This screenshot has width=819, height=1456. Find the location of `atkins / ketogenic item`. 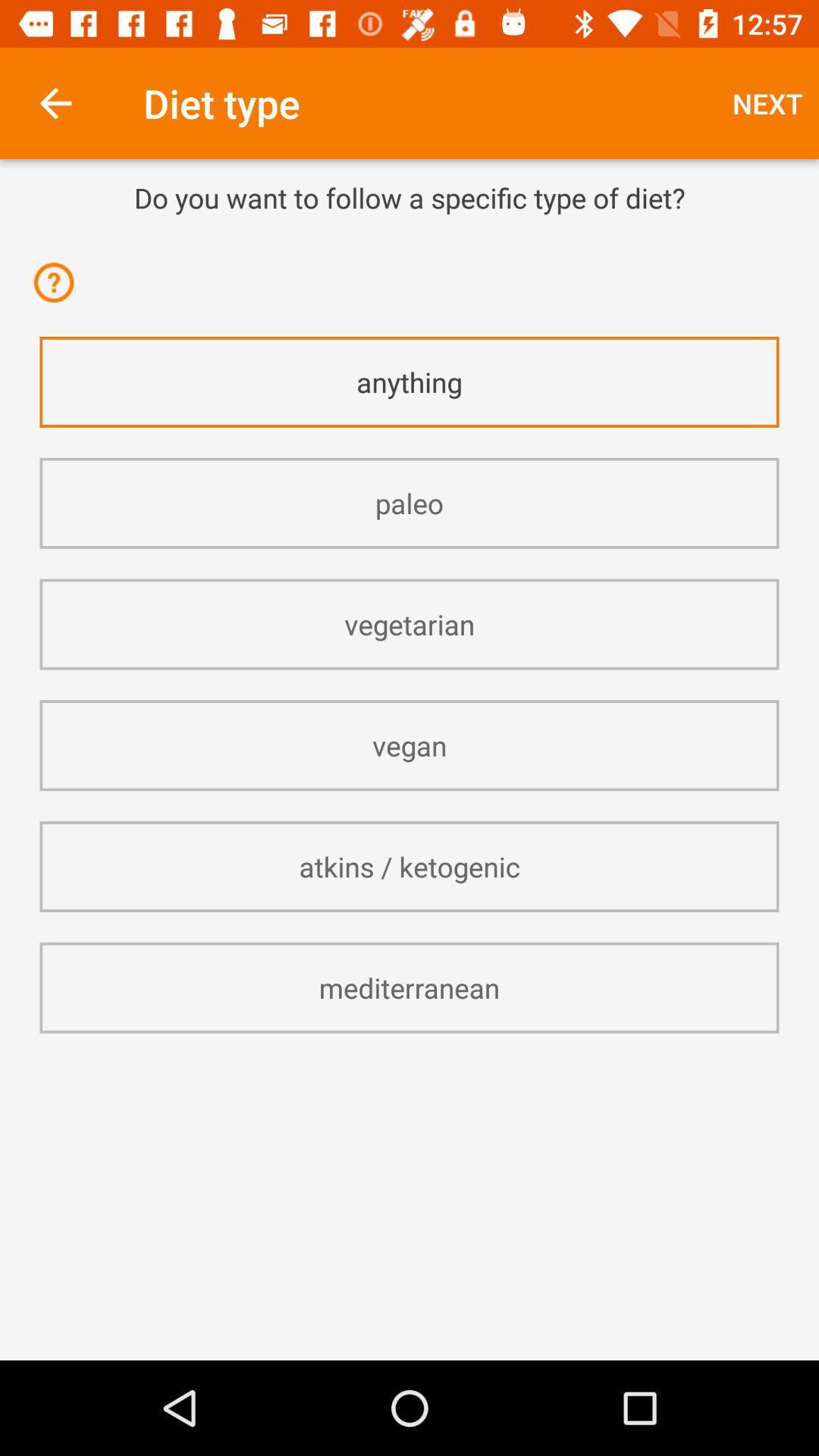

atkins / ketogenic item is located at coordinates (409, 866).